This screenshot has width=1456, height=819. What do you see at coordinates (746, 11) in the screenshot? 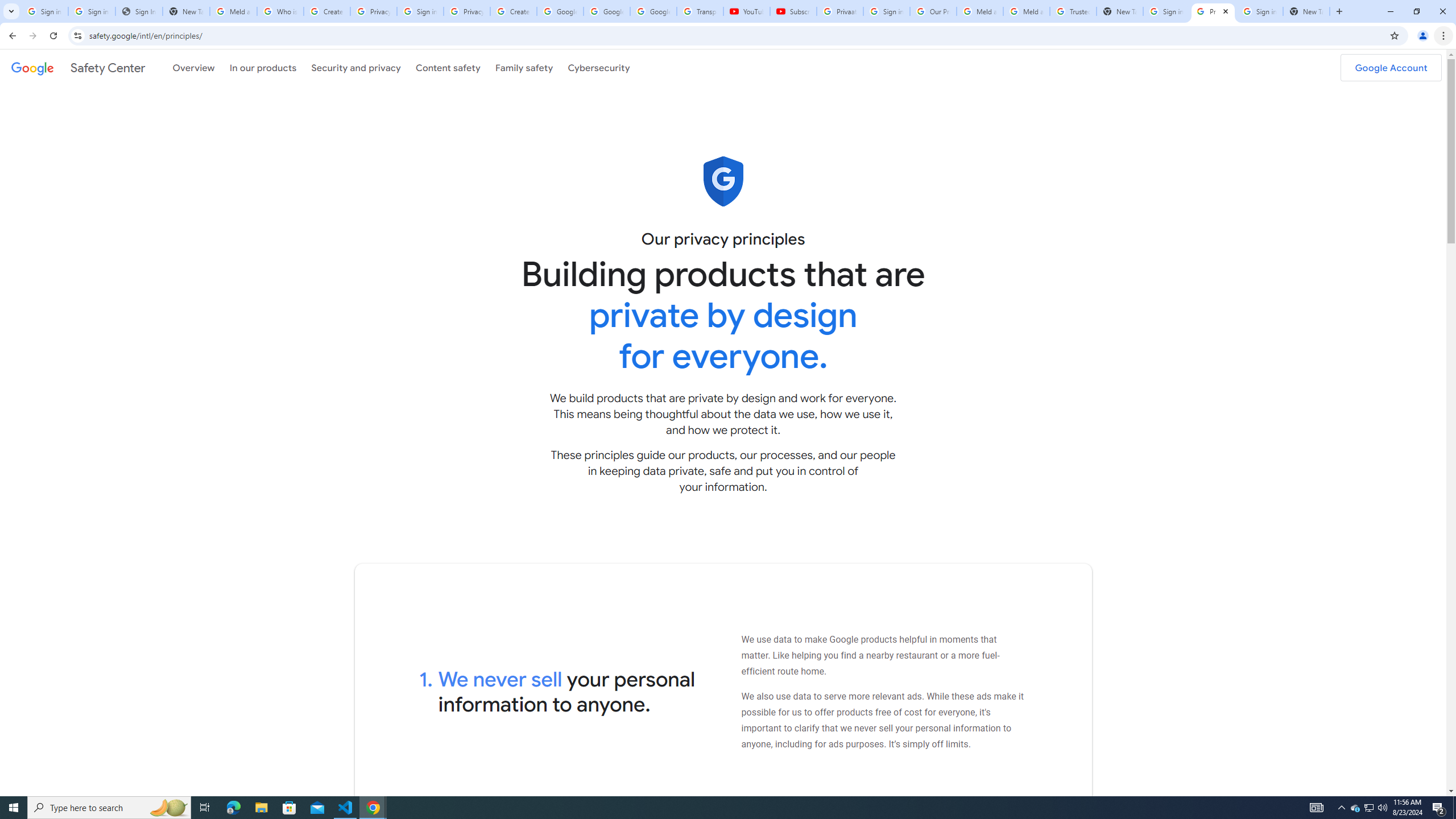
I see `'YouTube'` at bounding box center [746, 11].